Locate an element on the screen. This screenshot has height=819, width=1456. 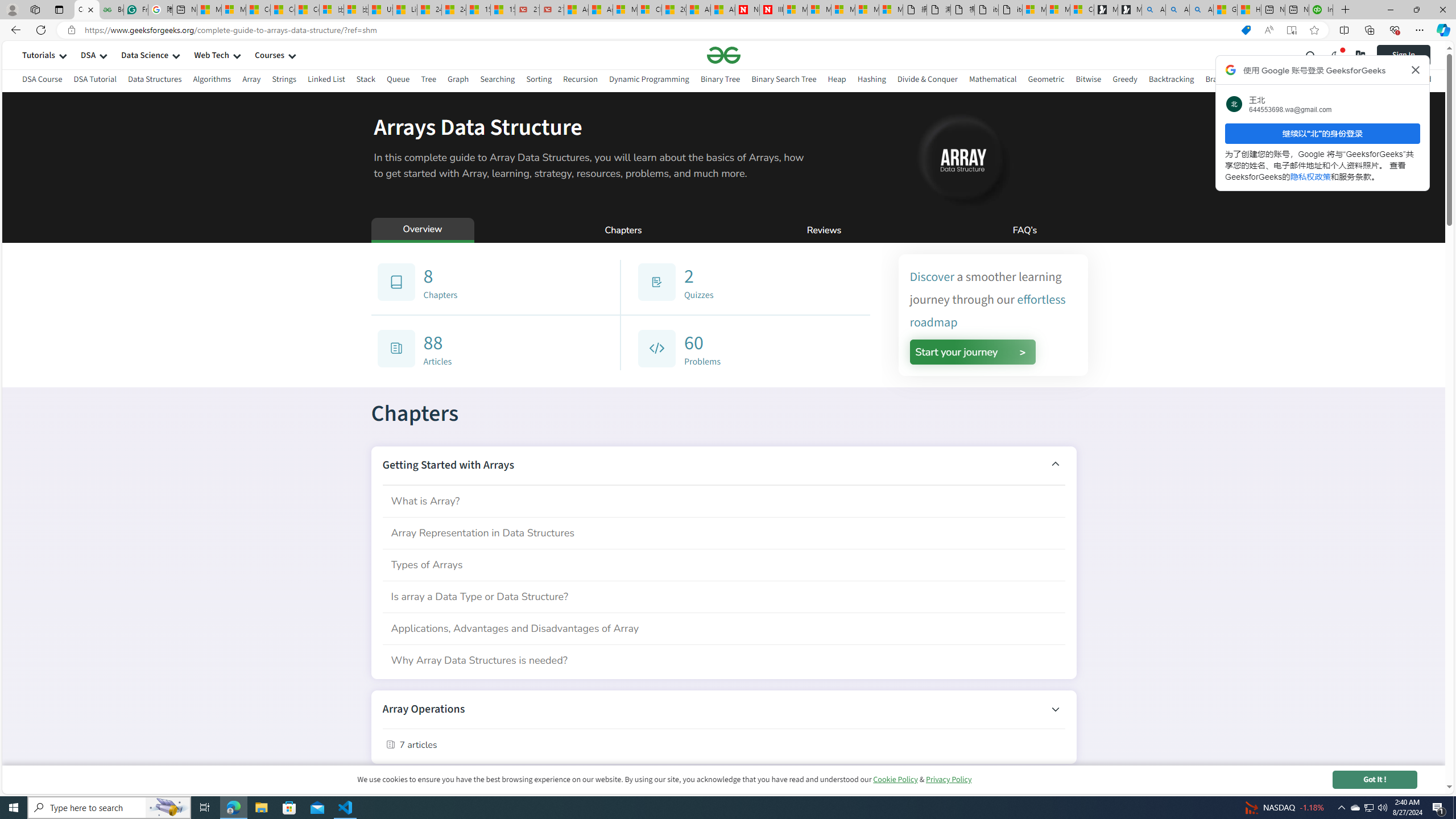
'Start your journey >' is located at coordinates (972, 351).